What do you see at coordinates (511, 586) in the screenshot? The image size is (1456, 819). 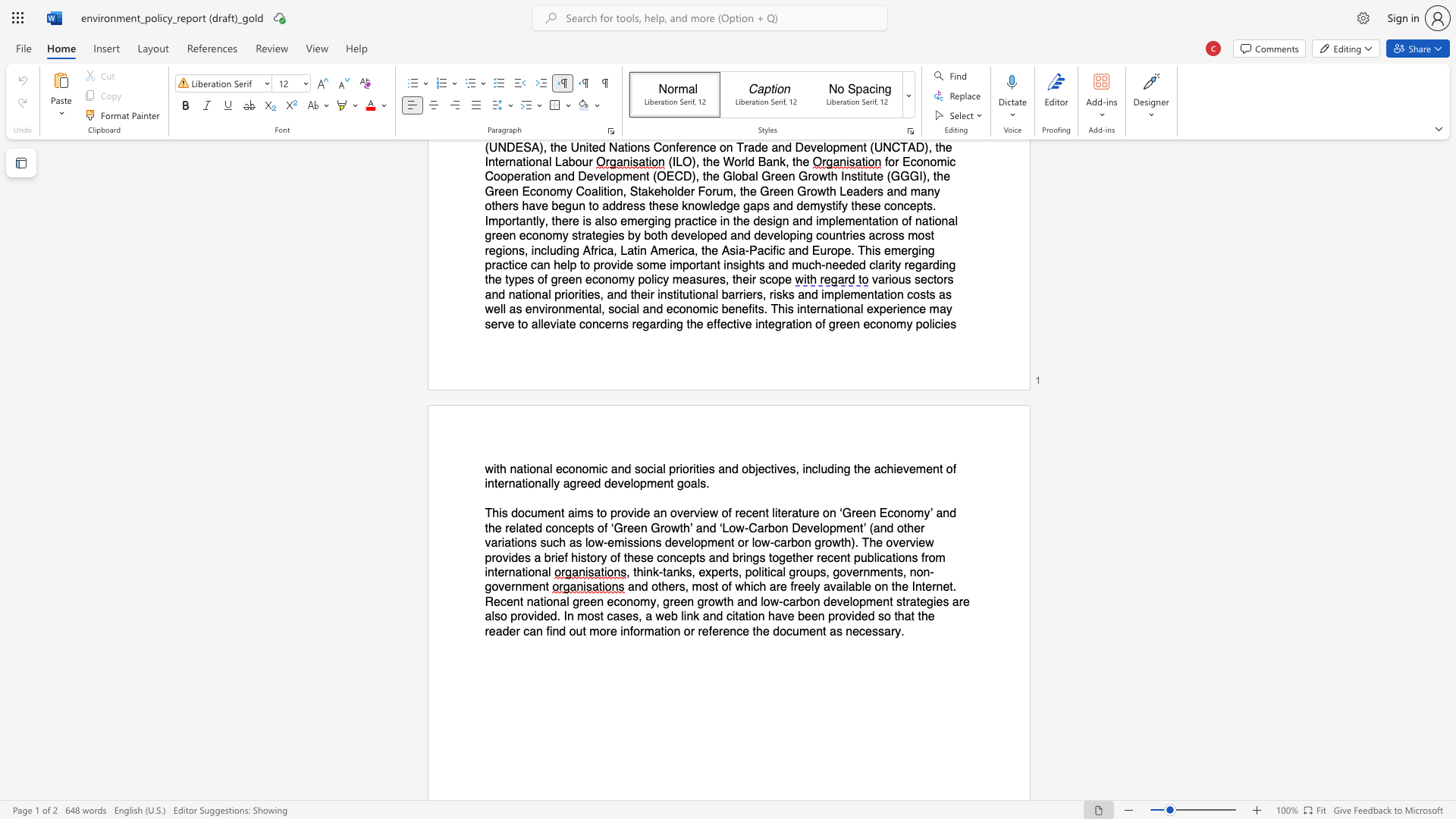 I see `the subset text "rn" within the text ", think‐tanks, experts, political groups, governments, non‐government"` at bounding box center [511, 586].